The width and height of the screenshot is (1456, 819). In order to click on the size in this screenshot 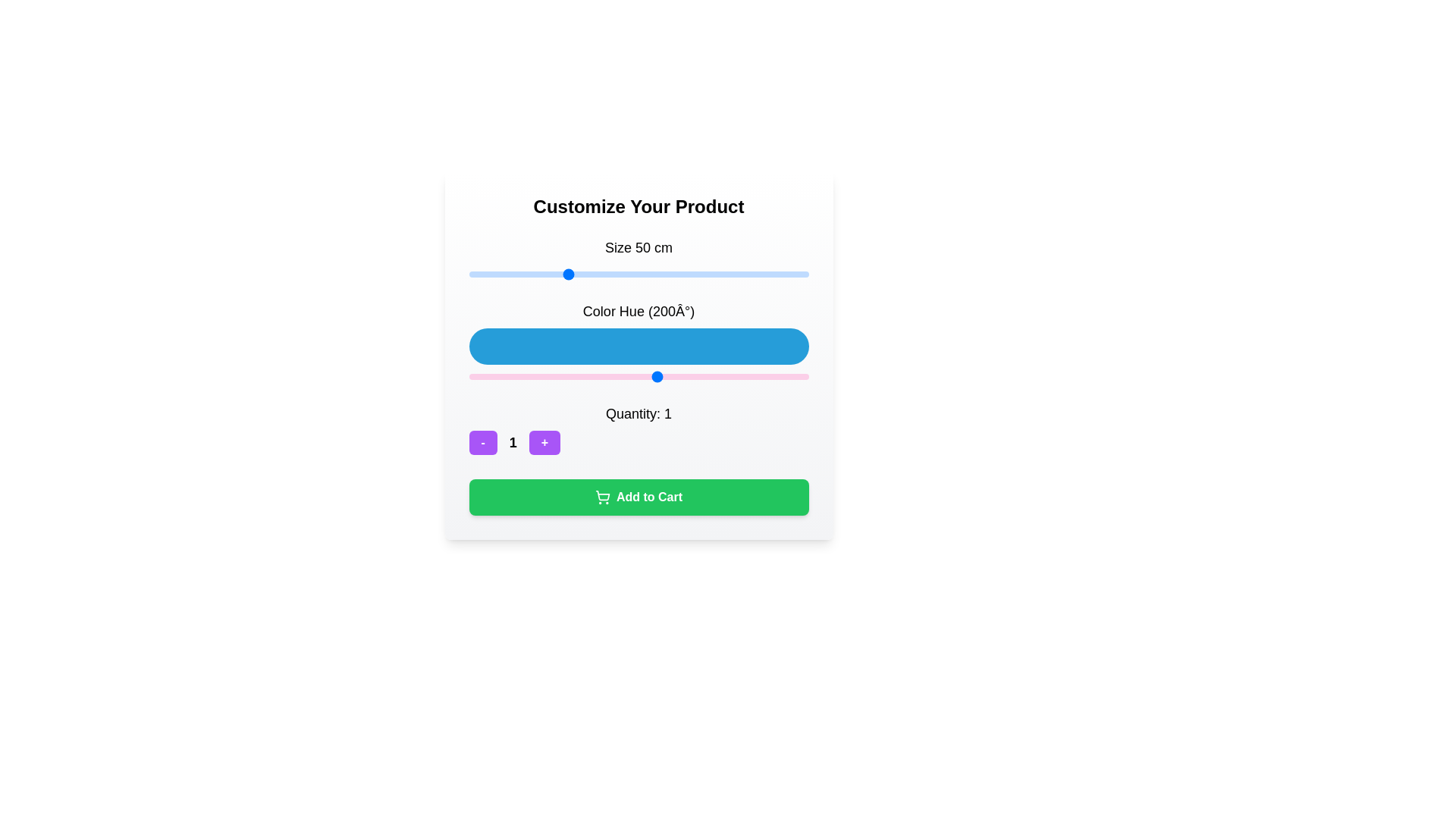, I will do `click(589, 275)`.